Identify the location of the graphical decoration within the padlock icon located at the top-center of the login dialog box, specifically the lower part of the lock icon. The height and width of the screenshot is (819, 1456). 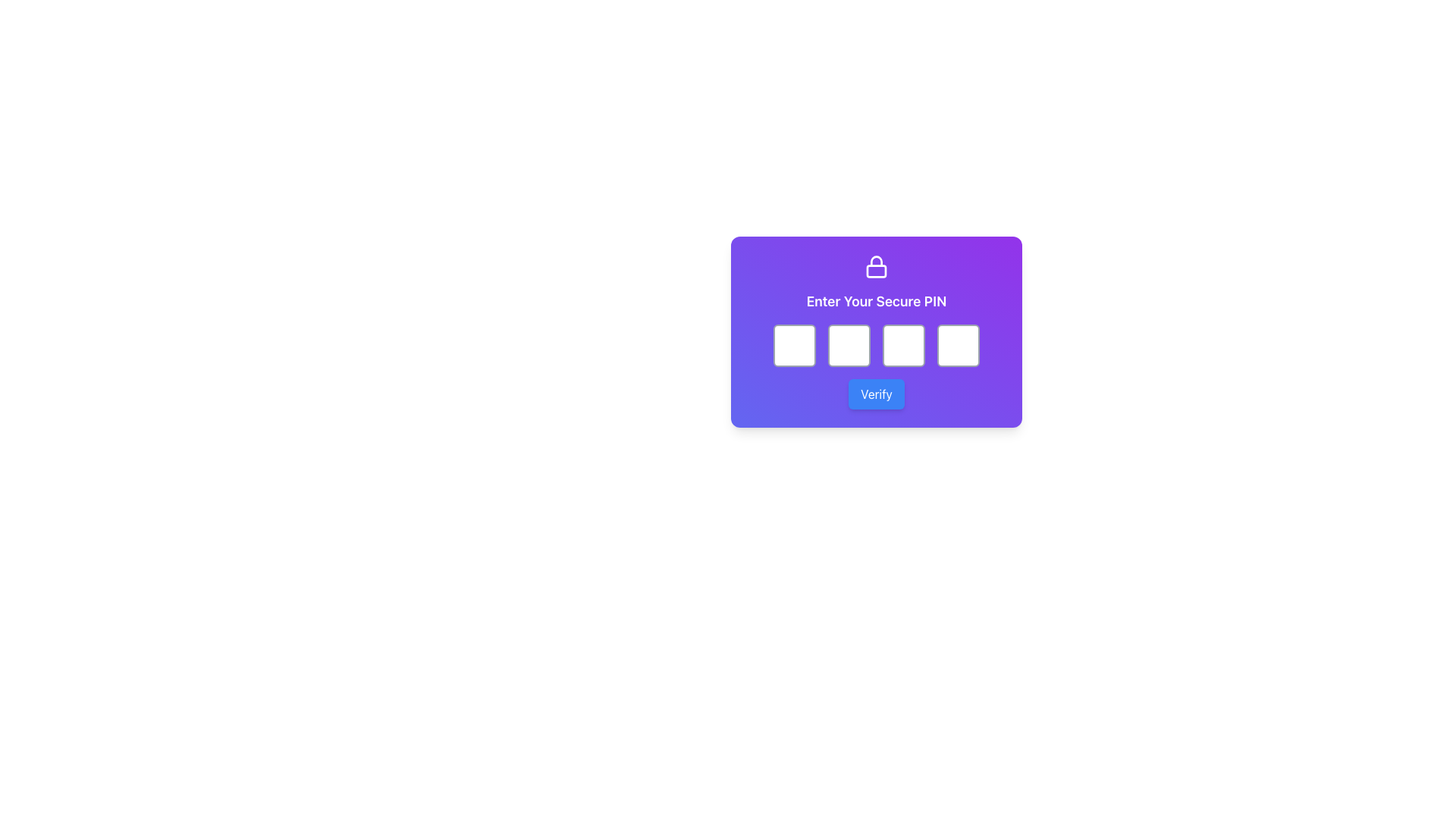
(877, 271).